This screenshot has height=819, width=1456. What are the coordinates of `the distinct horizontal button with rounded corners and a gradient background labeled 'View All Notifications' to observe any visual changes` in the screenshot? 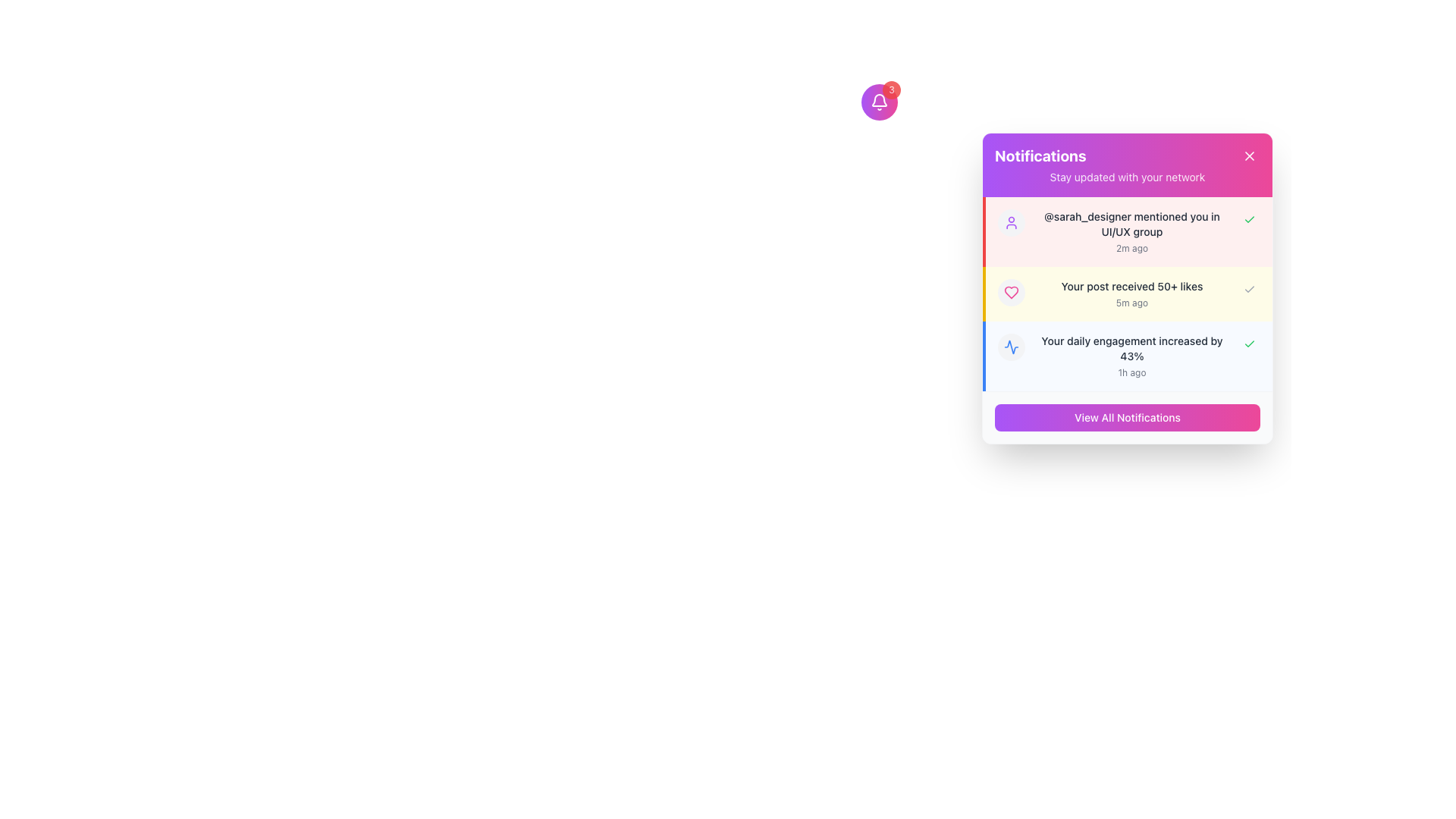 It's located at (1128, 417).